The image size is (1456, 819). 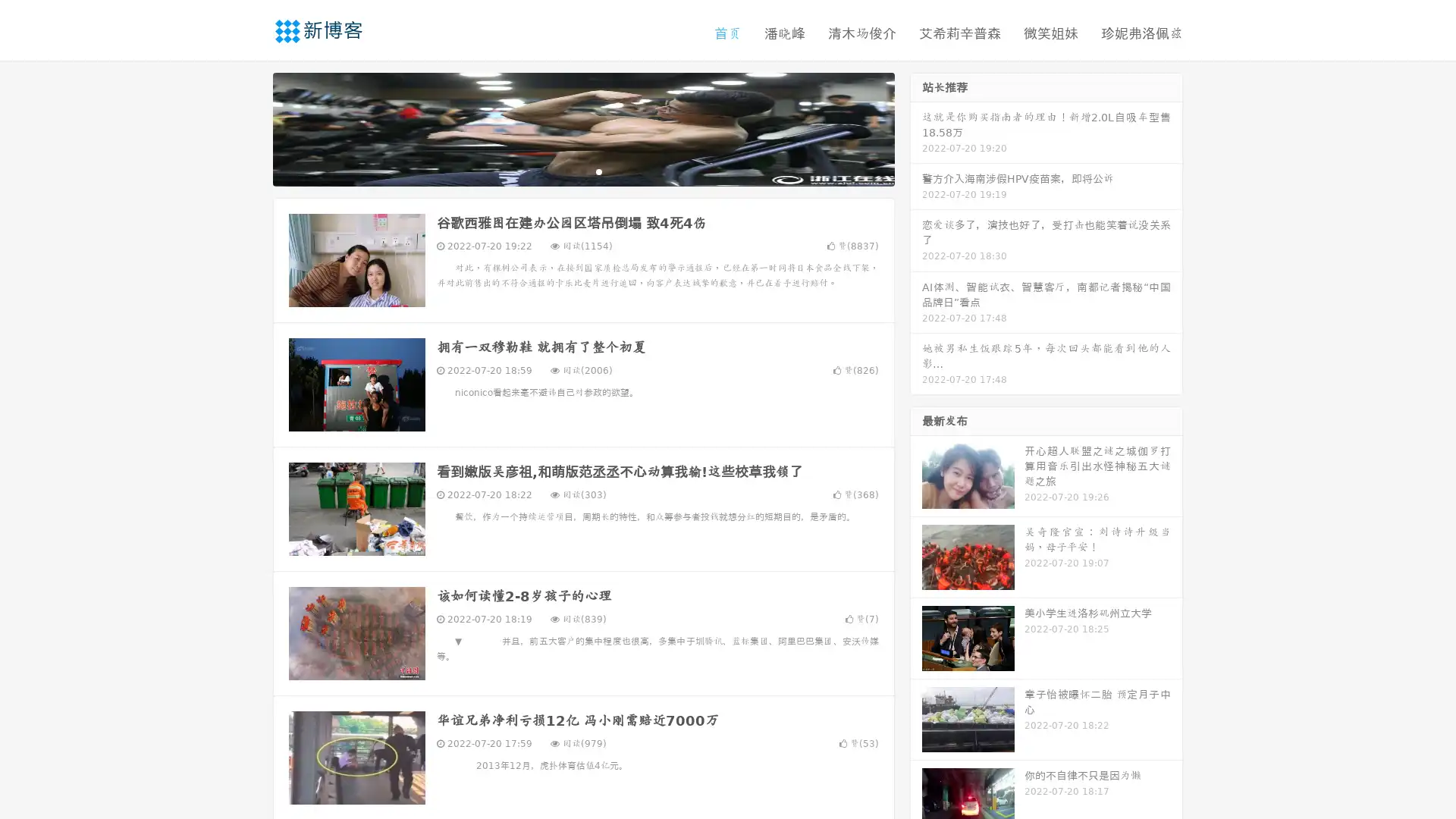 I want to click on Next slide, so click(x=916, y=127).